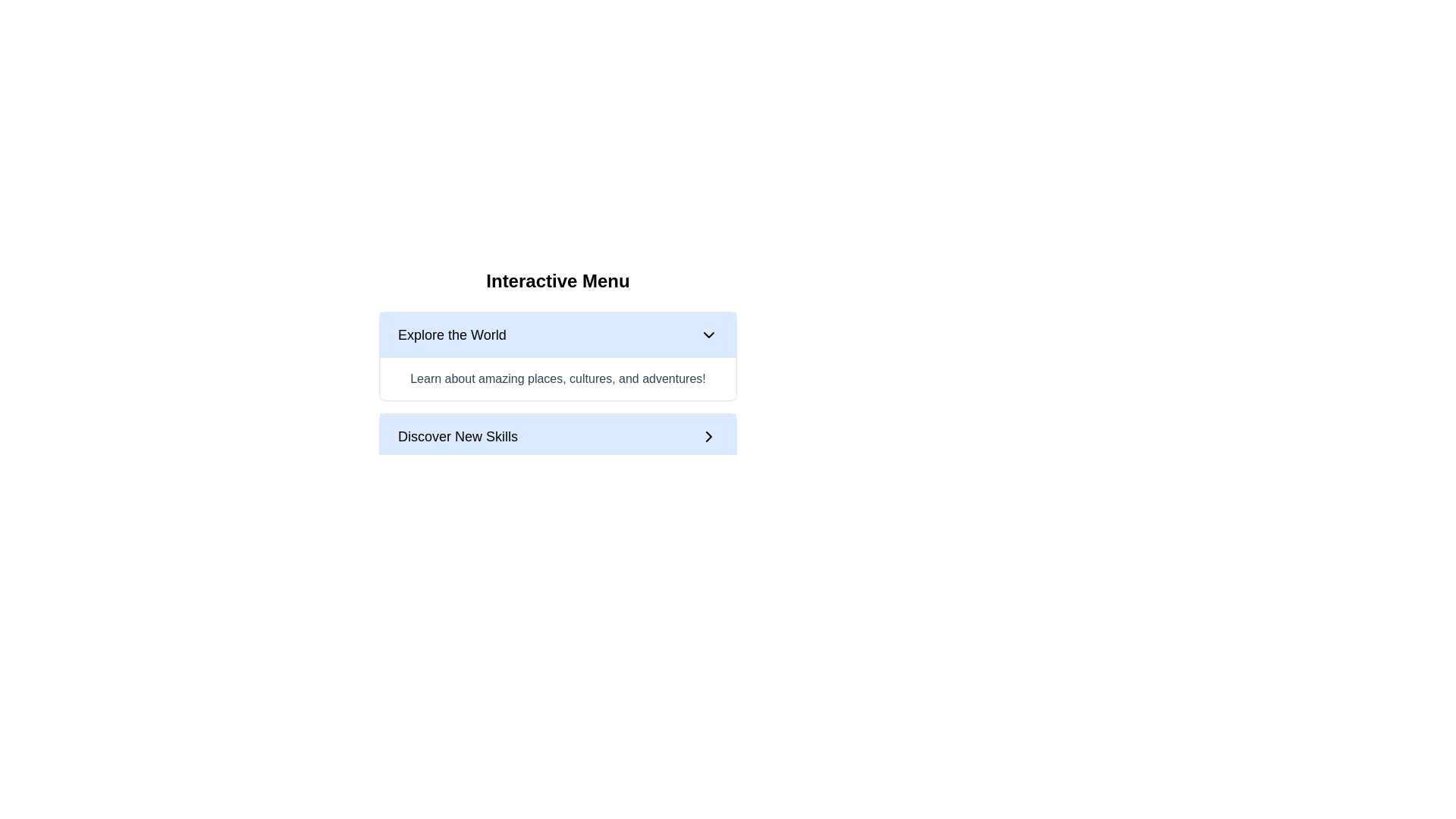 Image resolution: width=1456 pixels, height=819 pixels. Describe the element at coordinates (708, 436) in the screenshot. I see `the arrow icon located to the far right of the 'Discover New Skills' button` at that location.